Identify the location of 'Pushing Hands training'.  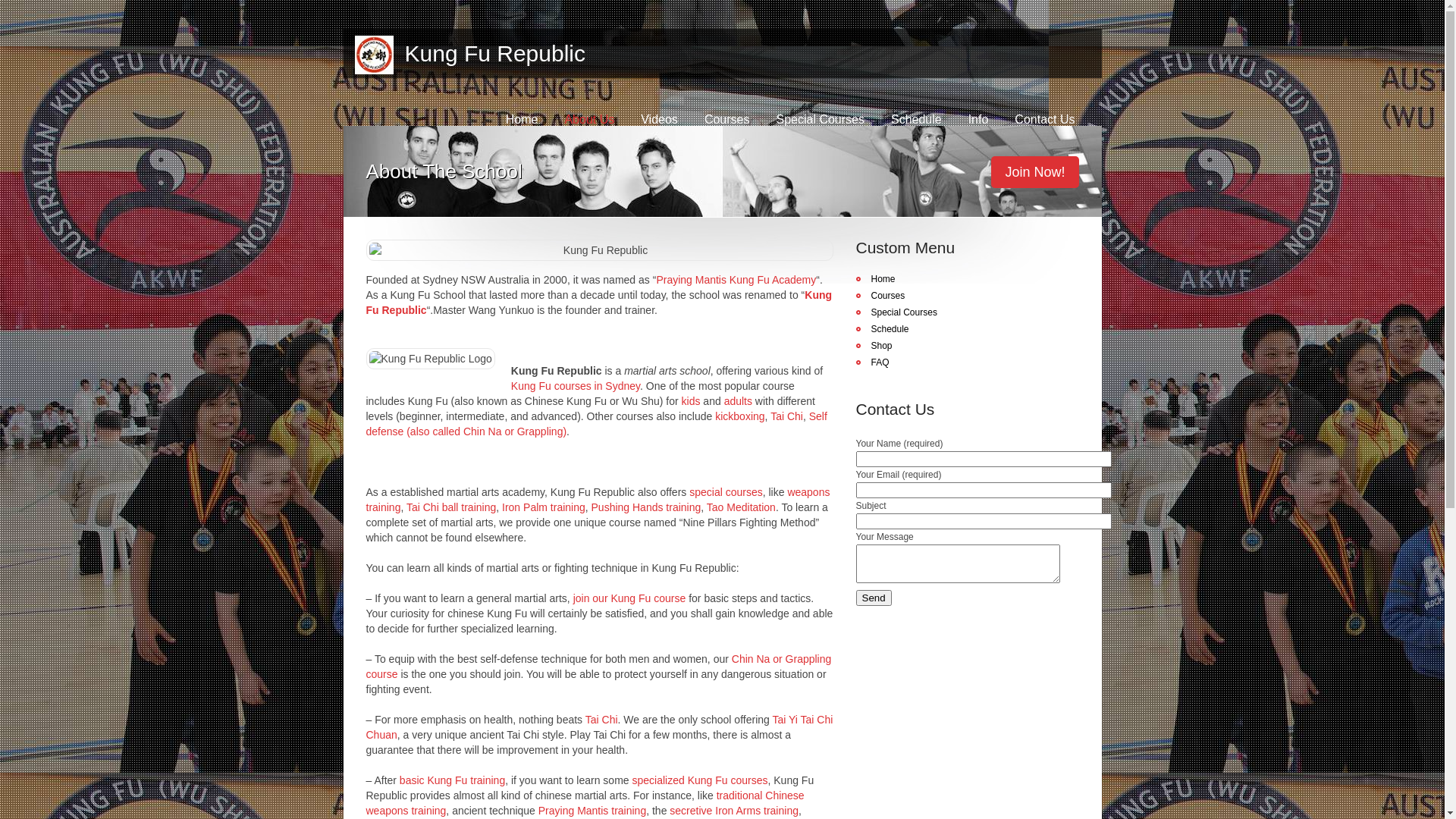
(590, 507).